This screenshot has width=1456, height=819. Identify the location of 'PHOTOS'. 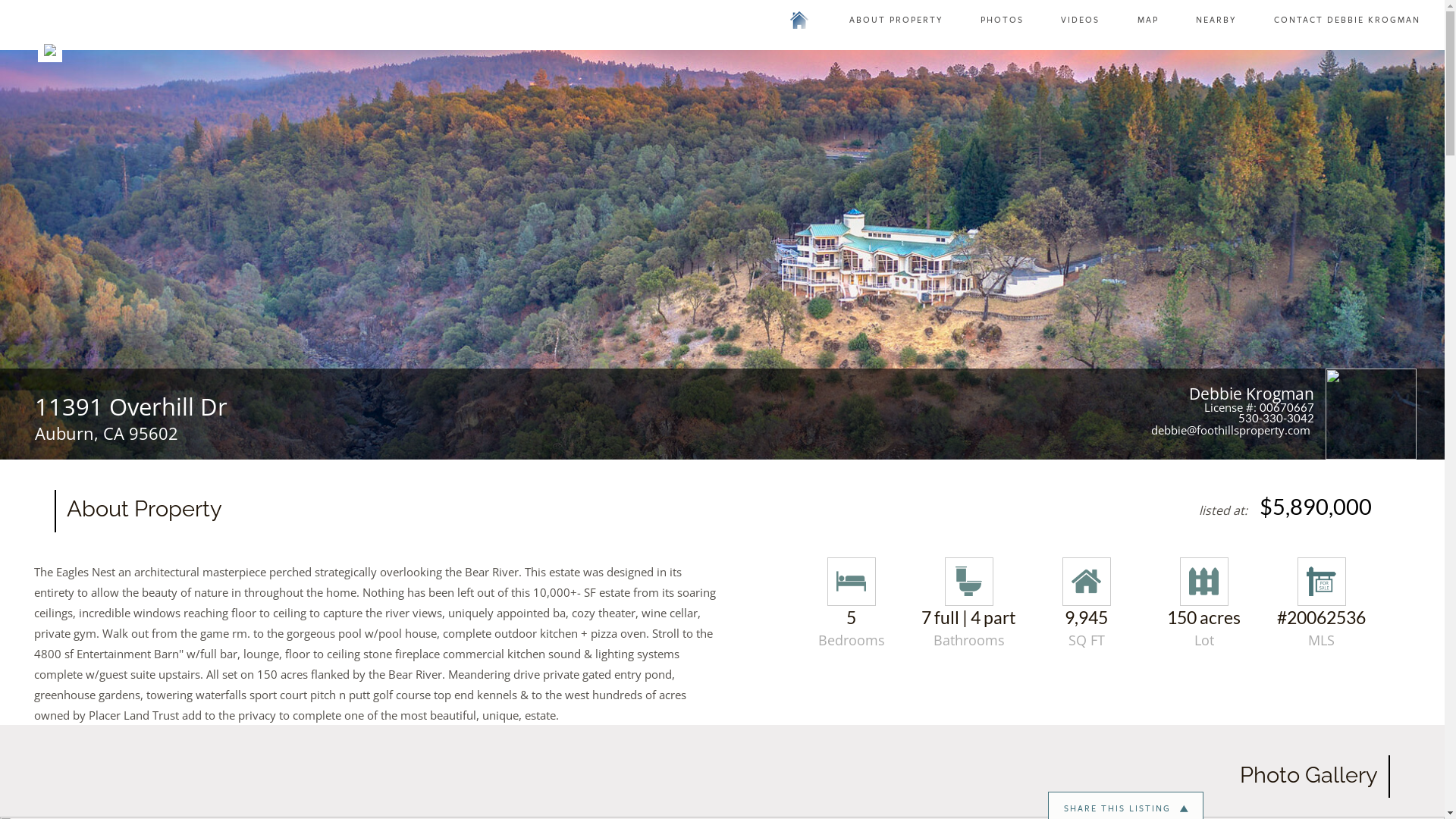
(1002, 20).